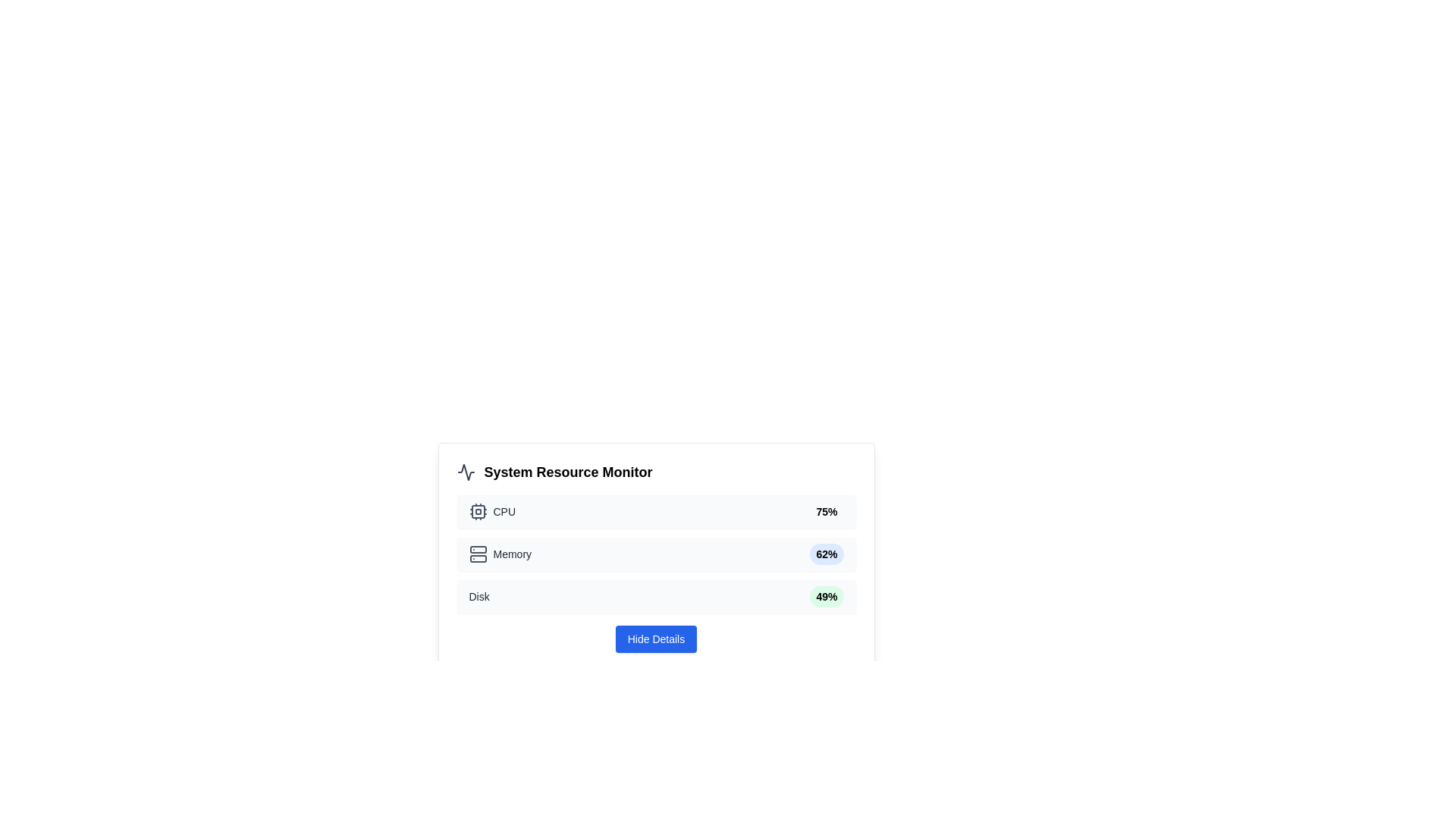 This screenshot has width=1456, height=819. I want to click on the button located below the disk usage information in the 'System Resource Monitor' section, so click(656, 639).